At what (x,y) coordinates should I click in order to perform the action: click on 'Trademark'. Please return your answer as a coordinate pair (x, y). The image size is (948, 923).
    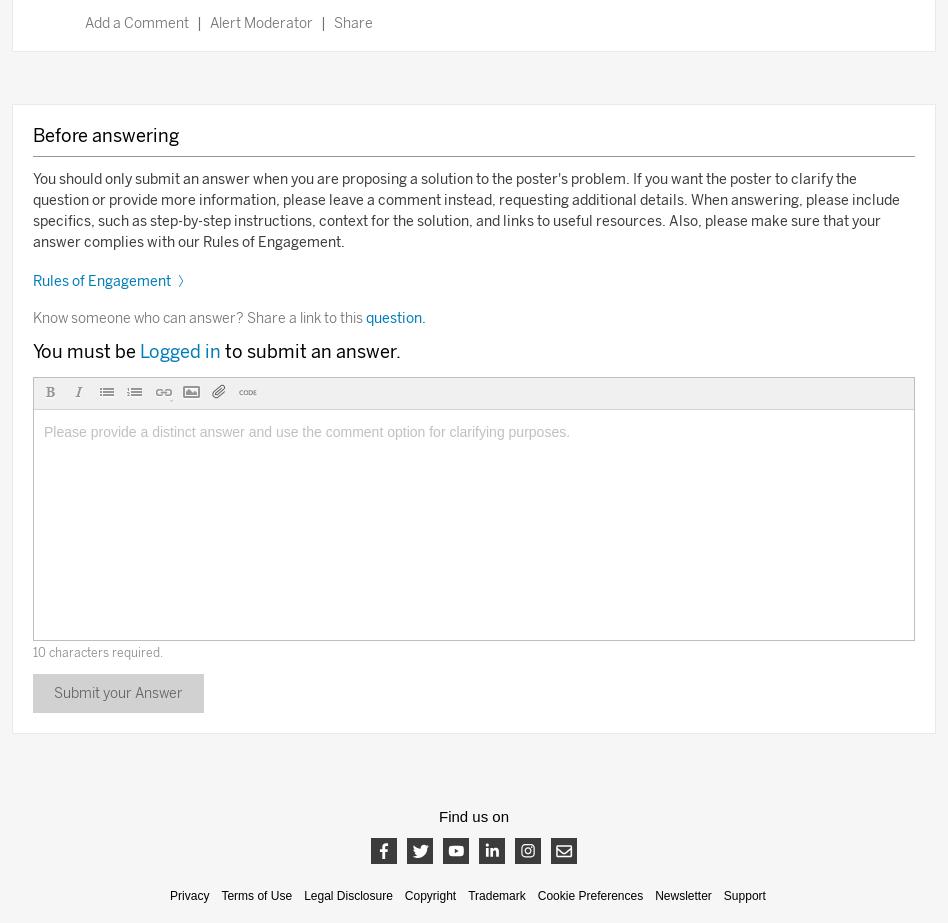
    Looking at the image, I should click on (496, 894).